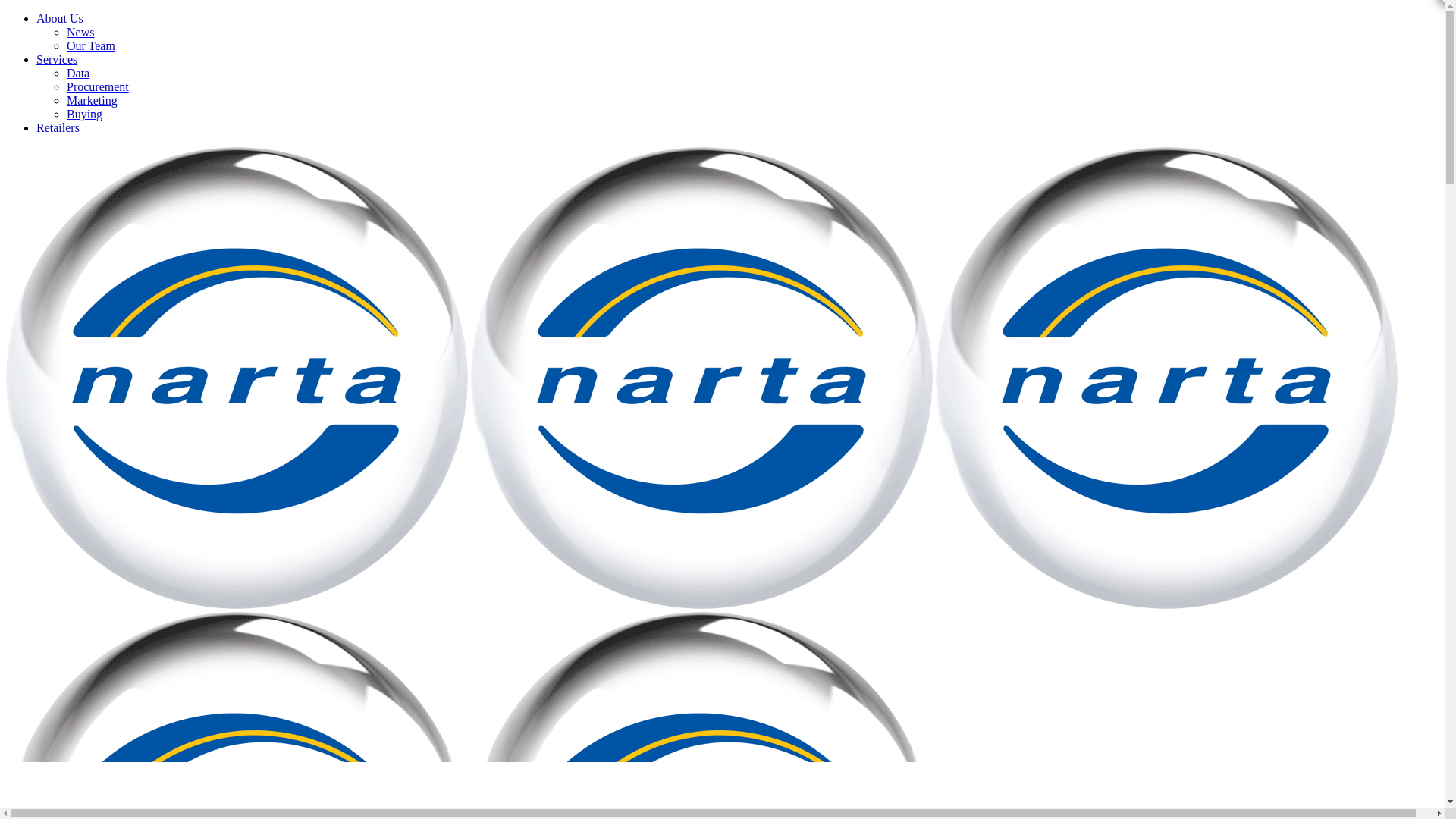 This screenshot has height=819, width=1456. What do you see at coordinates (83, 113) in the screenshot?
I see `'Buying'` at bounding box center [83, 113].